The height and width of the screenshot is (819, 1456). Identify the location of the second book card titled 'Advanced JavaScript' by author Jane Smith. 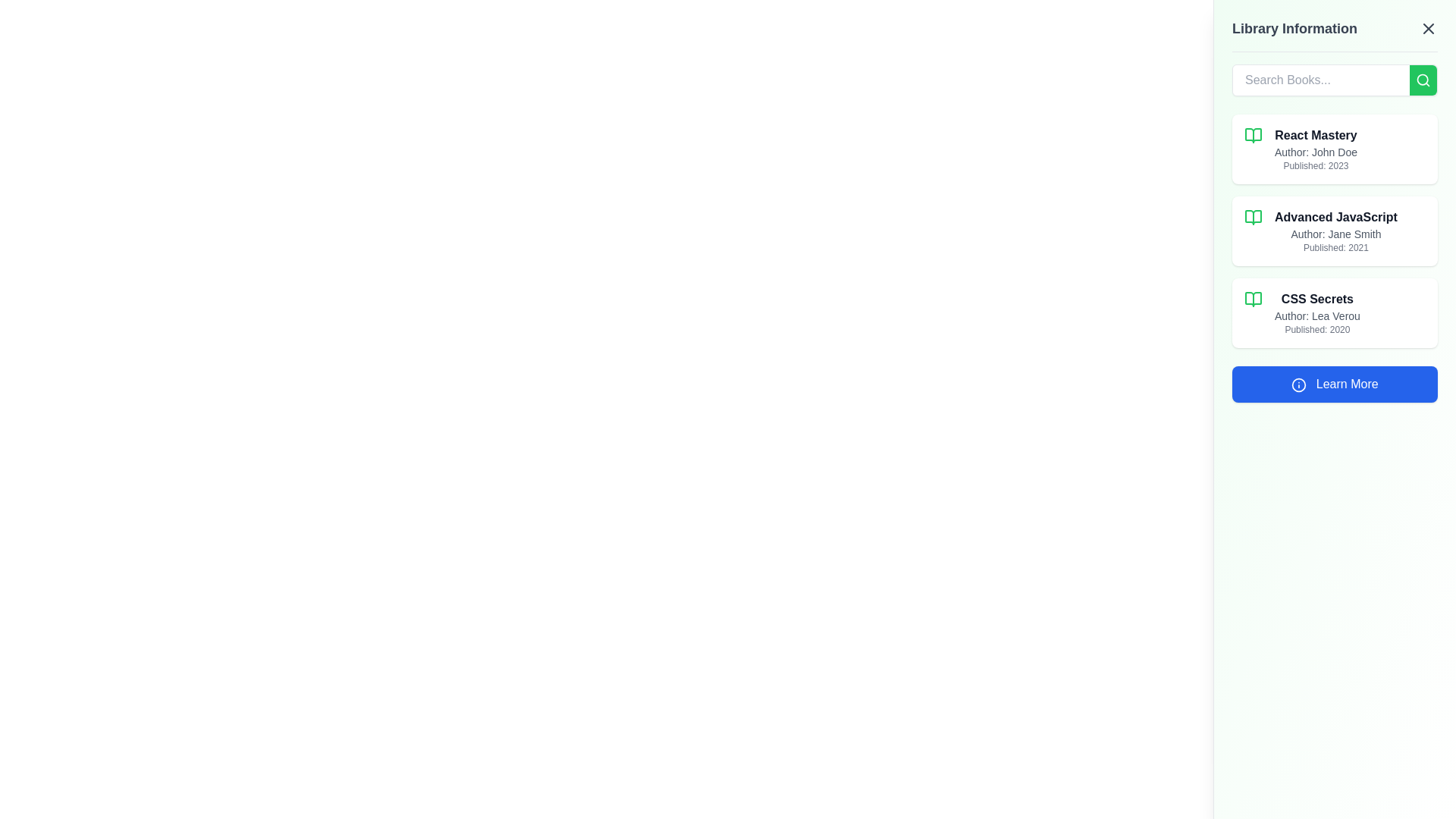
(1335, 206).